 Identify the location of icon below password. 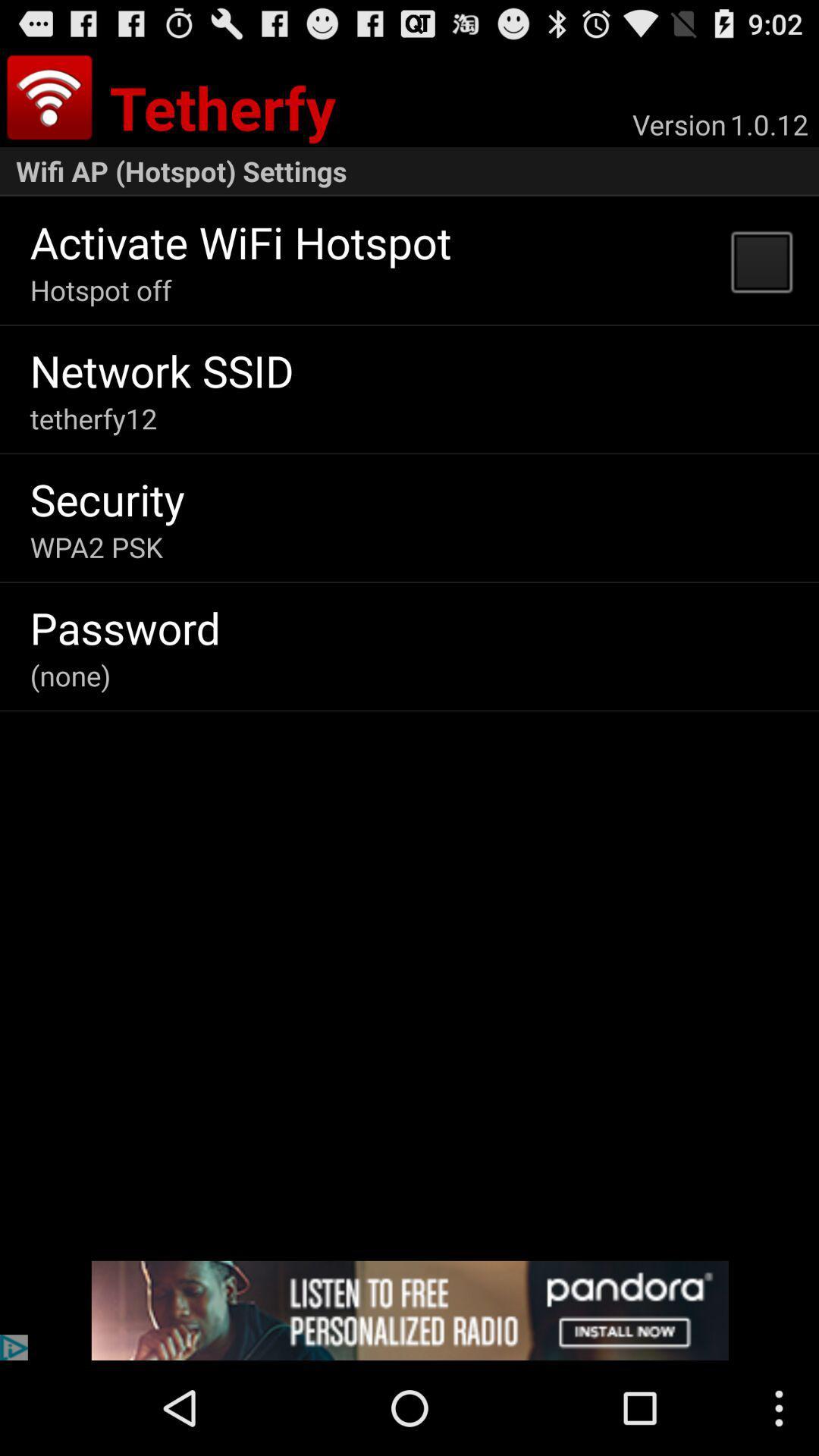
(70, 675).